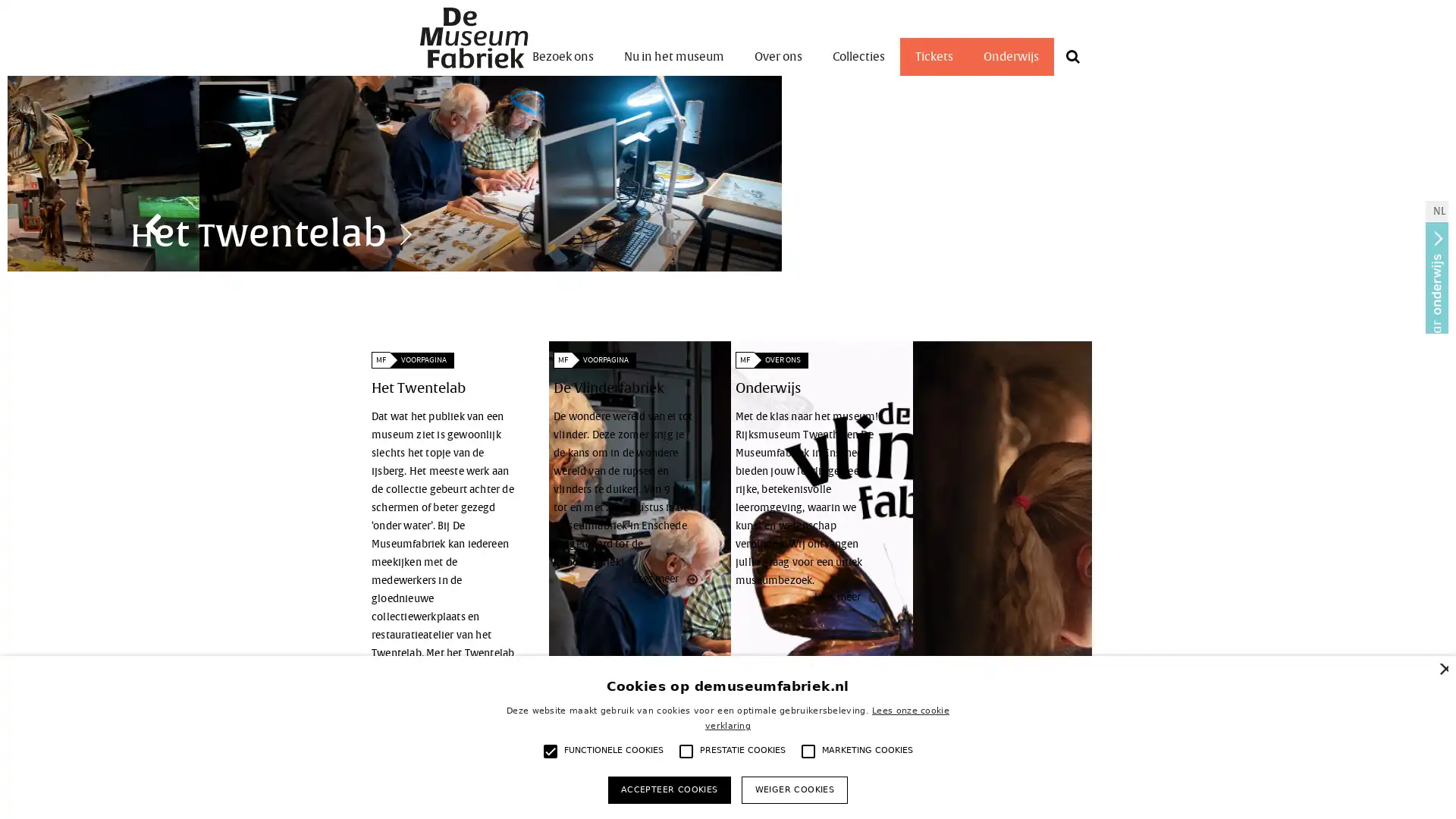  I want to click on WEIGER COOKIES, so click(793, 789).